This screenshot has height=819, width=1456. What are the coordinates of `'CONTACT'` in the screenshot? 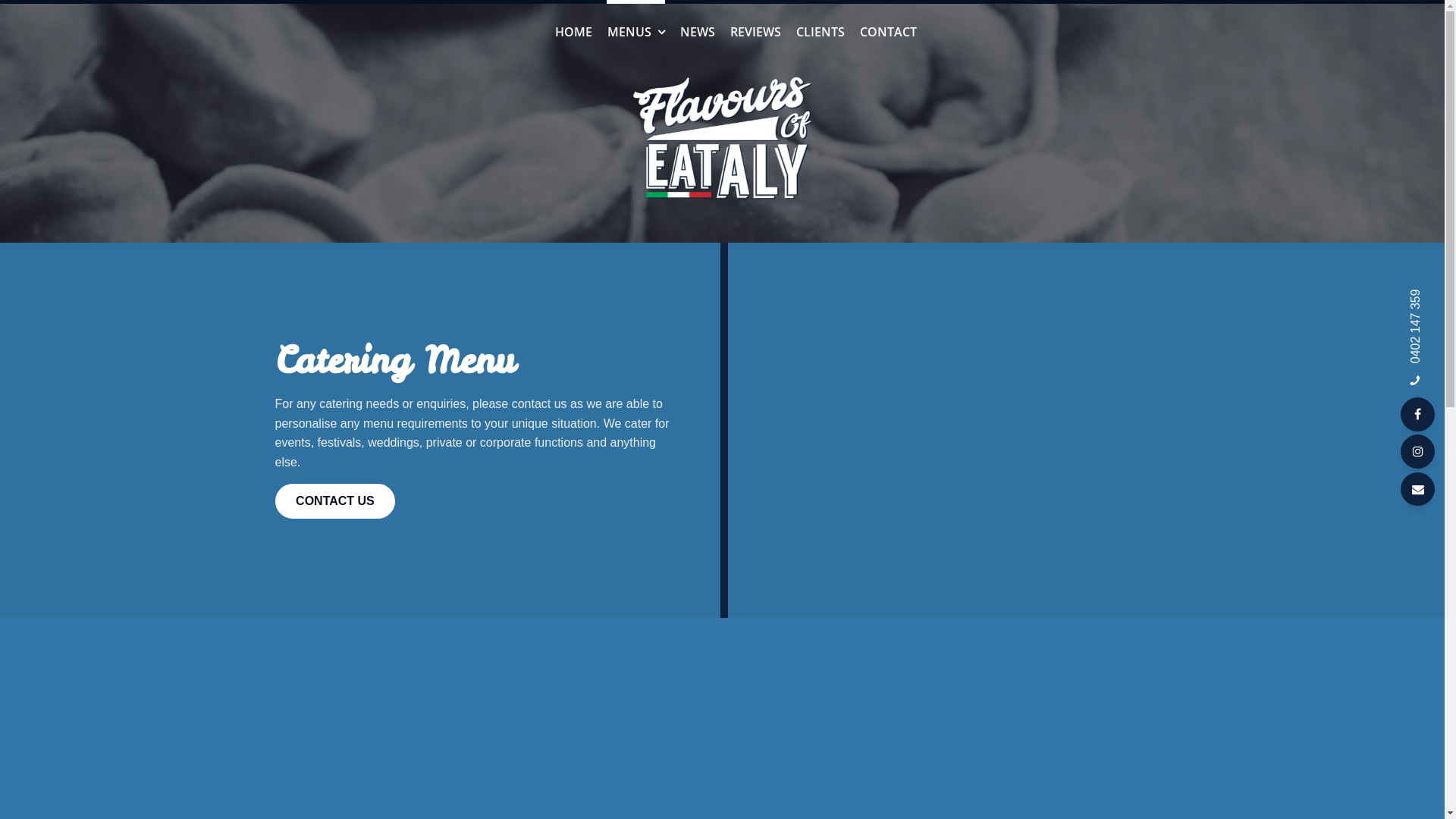 It's located at (888, 32).